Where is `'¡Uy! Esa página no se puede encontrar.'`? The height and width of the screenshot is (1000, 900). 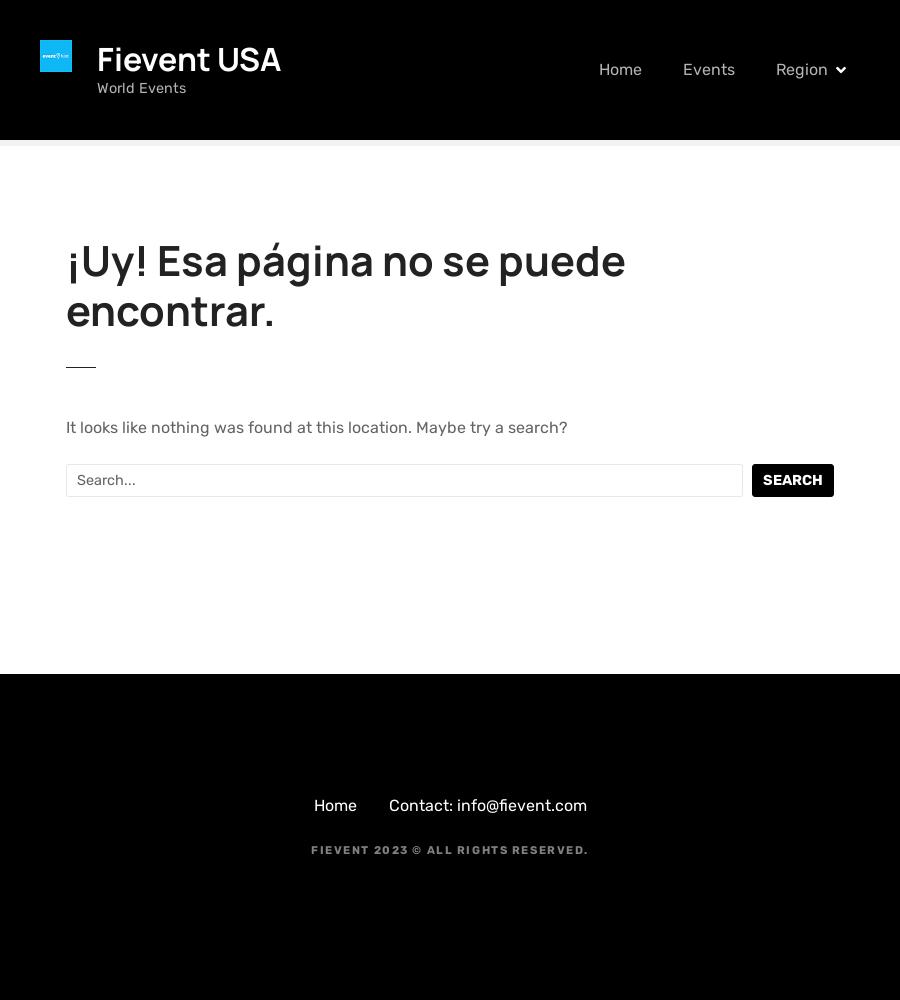 '¡Uy! Esa página no se puede encontrar.' is located at coordinates (345, 284).